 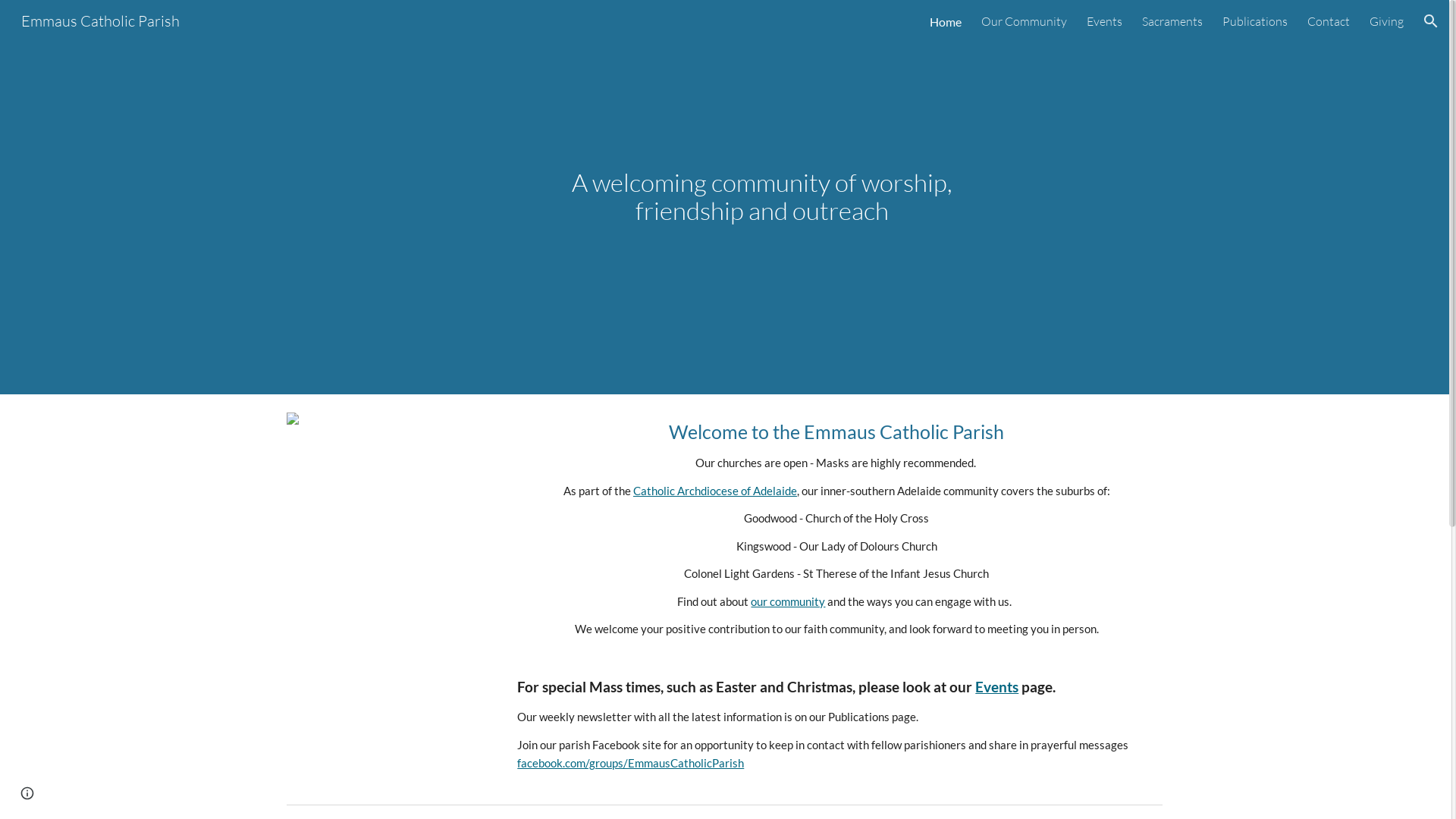 I want to click on 'Emmaus Catholic Parish', so click(x=11, y=19).